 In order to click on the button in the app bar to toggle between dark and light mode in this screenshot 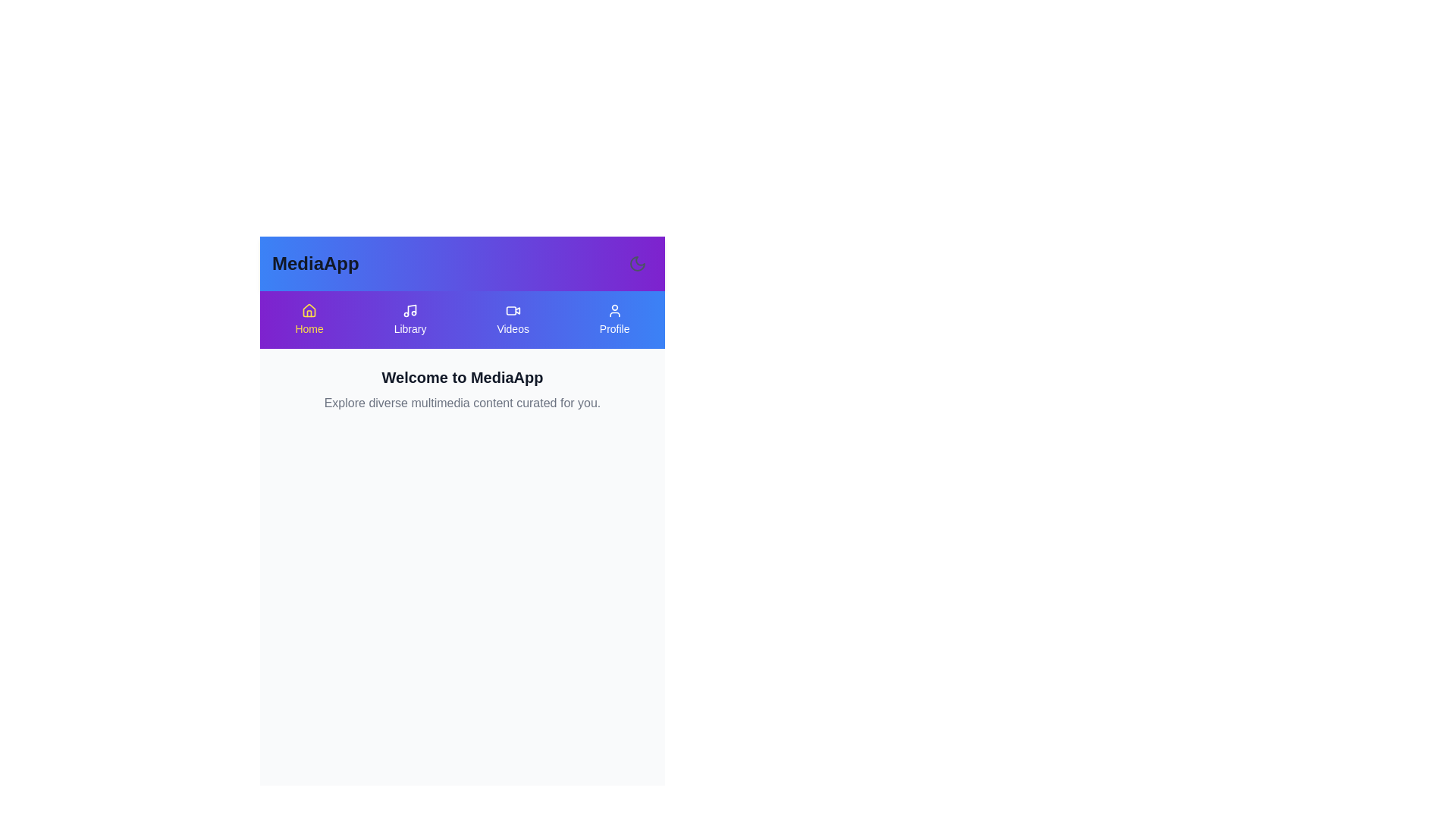, I will do `click(637, 262)`.